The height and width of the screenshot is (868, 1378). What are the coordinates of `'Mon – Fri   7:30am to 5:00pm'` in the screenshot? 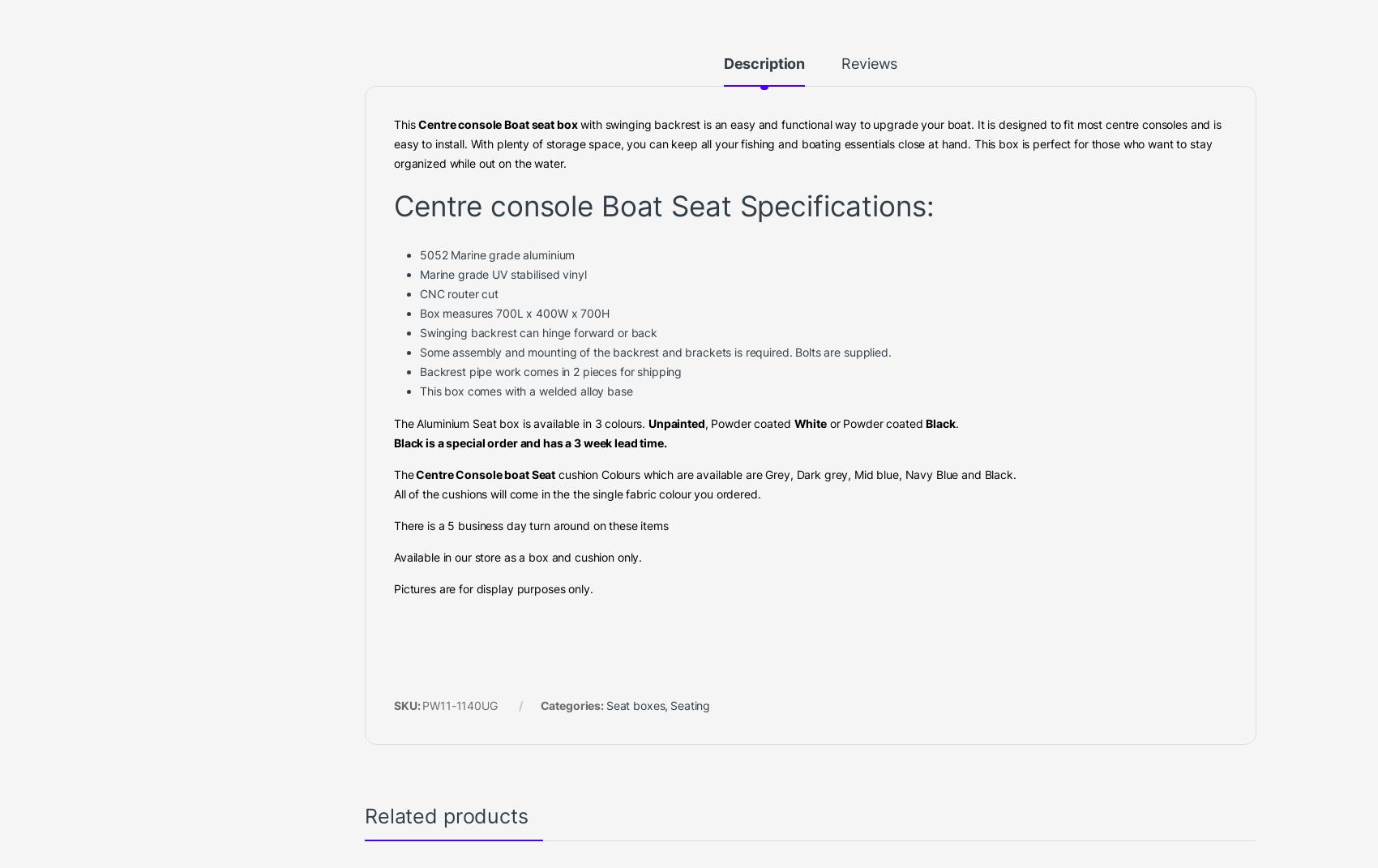 It's located at (189, 66).